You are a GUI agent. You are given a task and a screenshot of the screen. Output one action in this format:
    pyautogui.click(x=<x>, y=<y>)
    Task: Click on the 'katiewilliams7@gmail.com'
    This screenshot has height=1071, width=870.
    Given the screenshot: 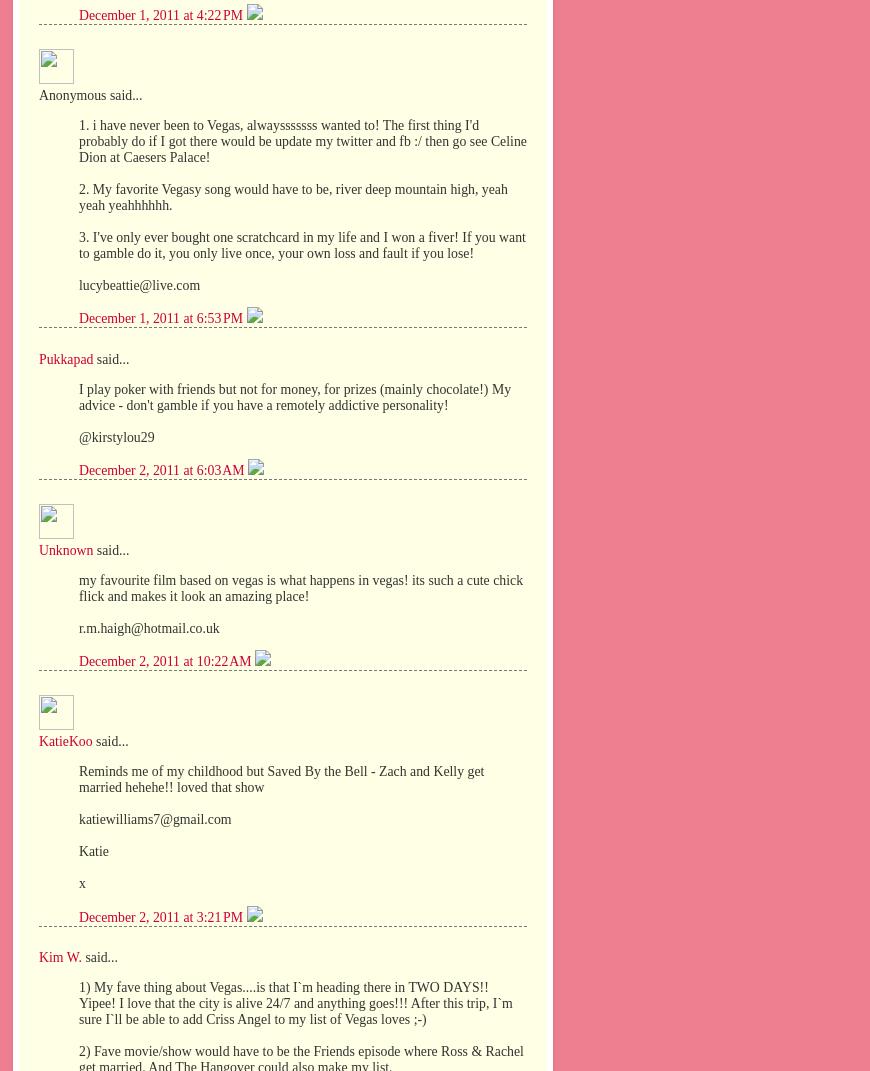 What is the action you would take?
    pyautogui.click(x=77, y=817)
    